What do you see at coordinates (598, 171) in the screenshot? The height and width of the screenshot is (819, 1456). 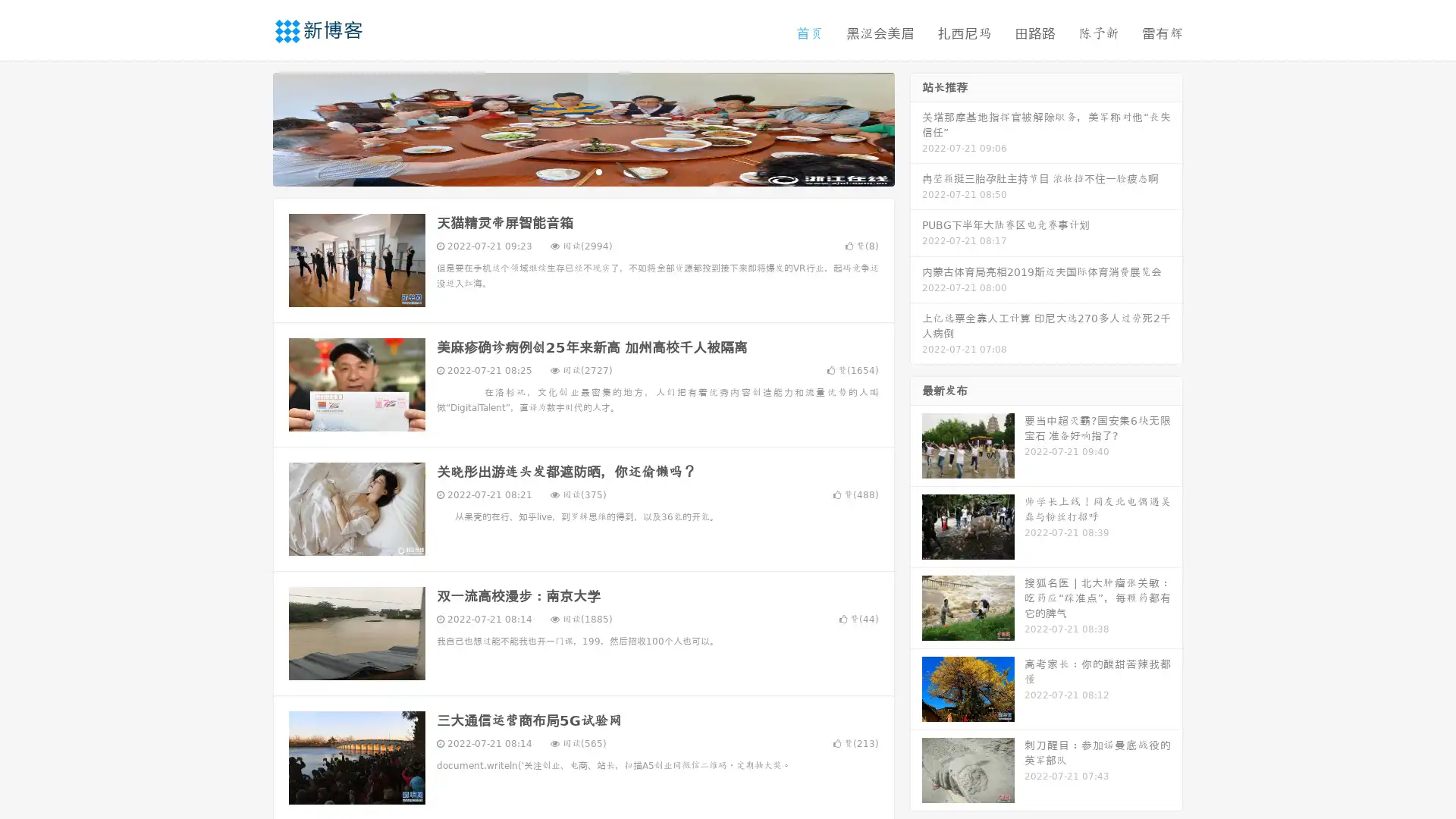 I see `Go to slide 3` at bounding box center [598, 171].